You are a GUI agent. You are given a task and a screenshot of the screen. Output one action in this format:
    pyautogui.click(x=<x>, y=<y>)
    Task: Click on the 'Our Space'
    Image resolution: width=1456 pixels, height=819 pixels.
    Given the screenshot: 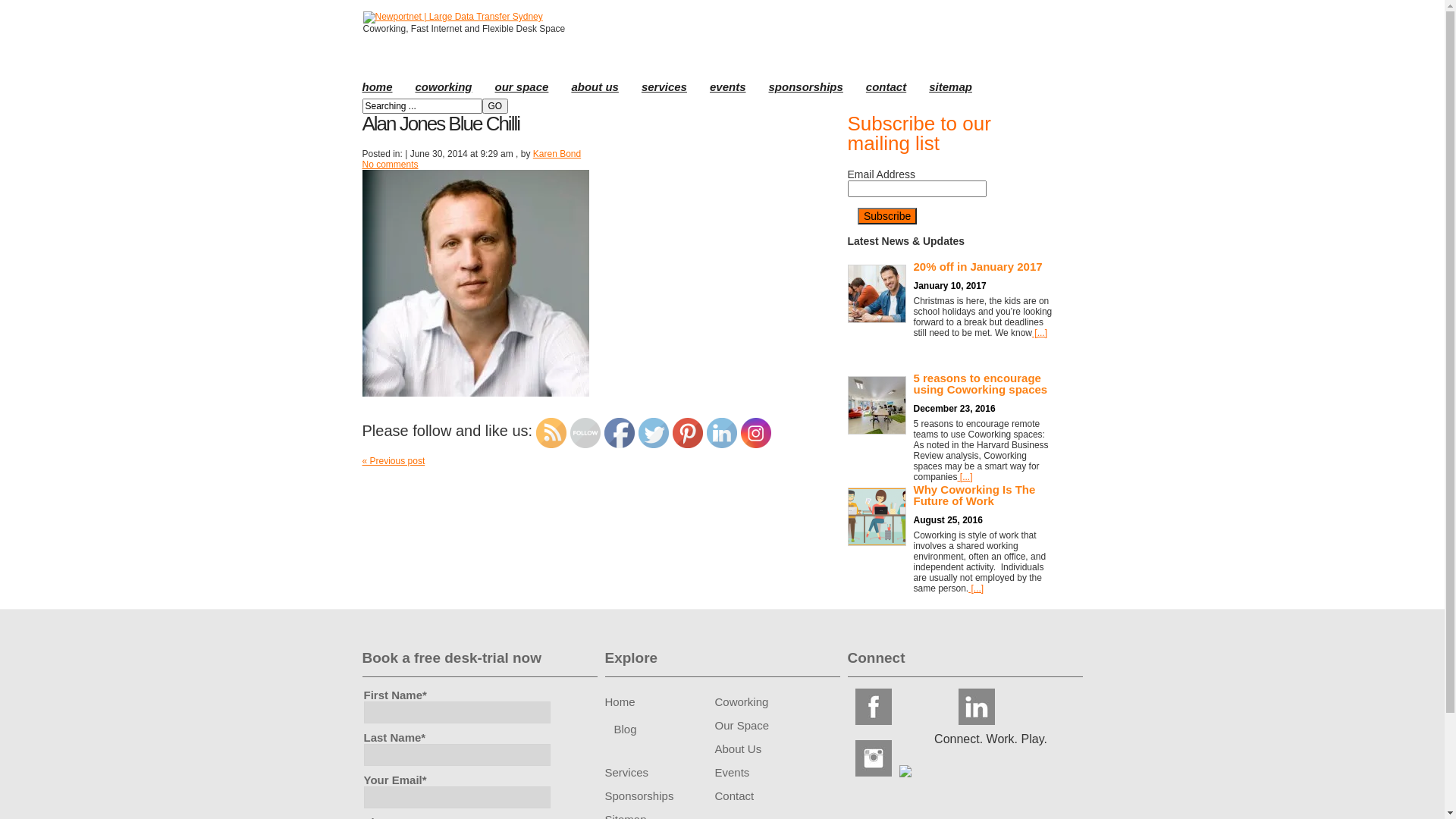 What is the action you would take?
    pyautogui.click(x=742, y=724)
    